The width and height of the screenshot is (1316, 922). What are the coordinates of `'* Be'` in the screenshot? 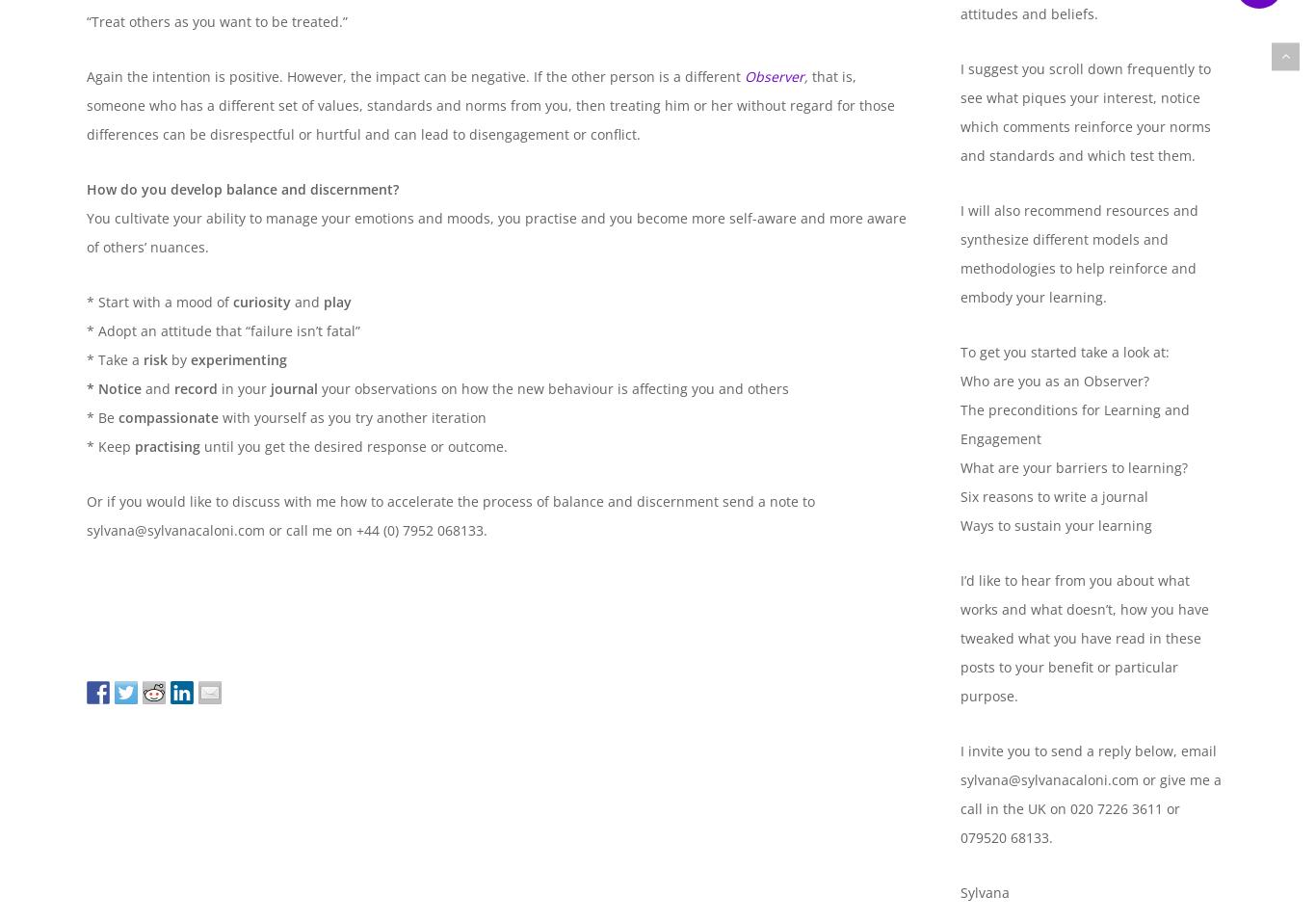 It's located at (87, 416).